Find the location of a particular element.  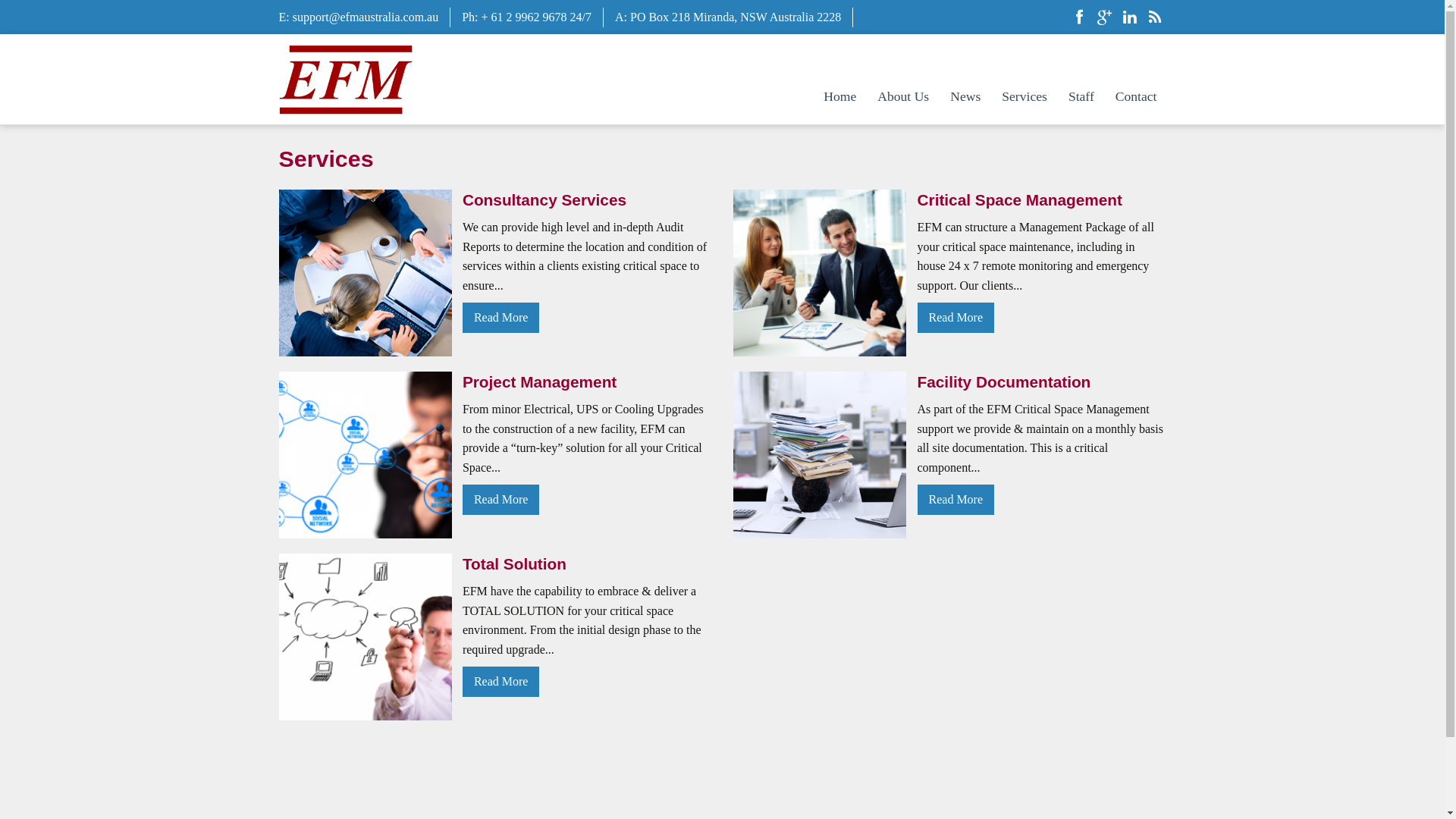

'Staff' is located at coordinates (1080, 96).